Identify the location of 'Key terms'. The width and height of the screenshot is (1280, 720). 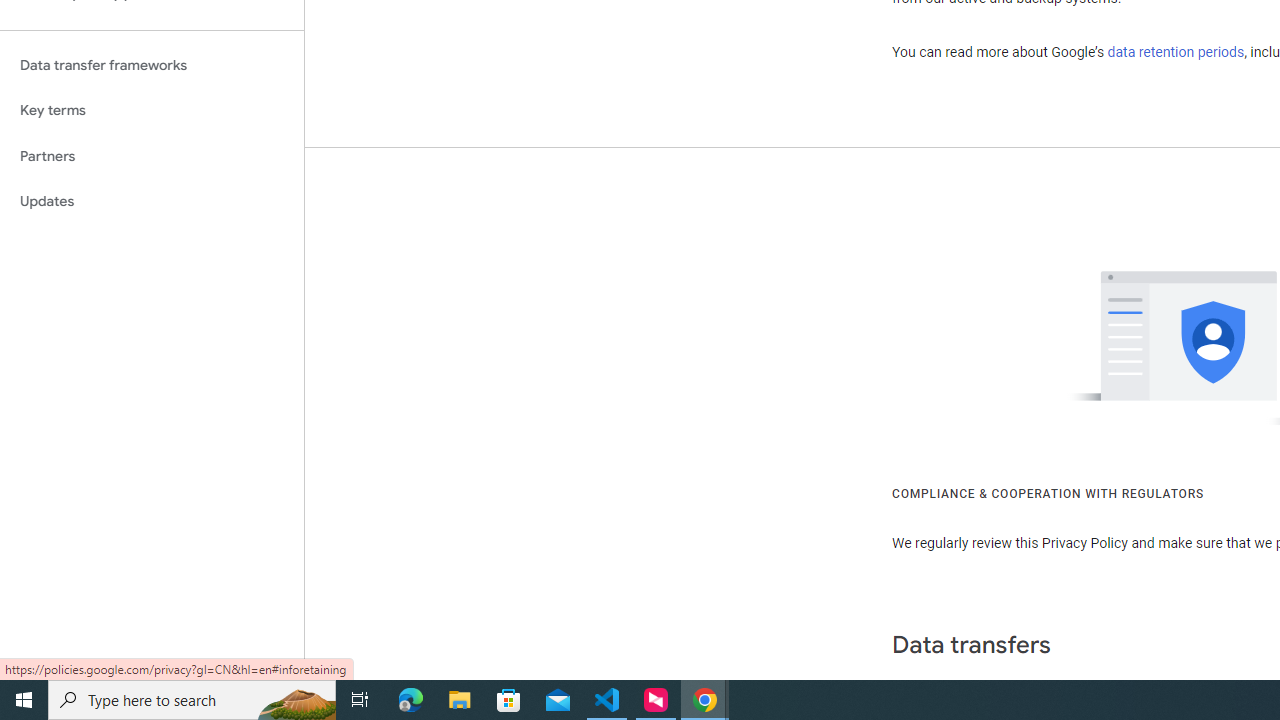
(151, 110).